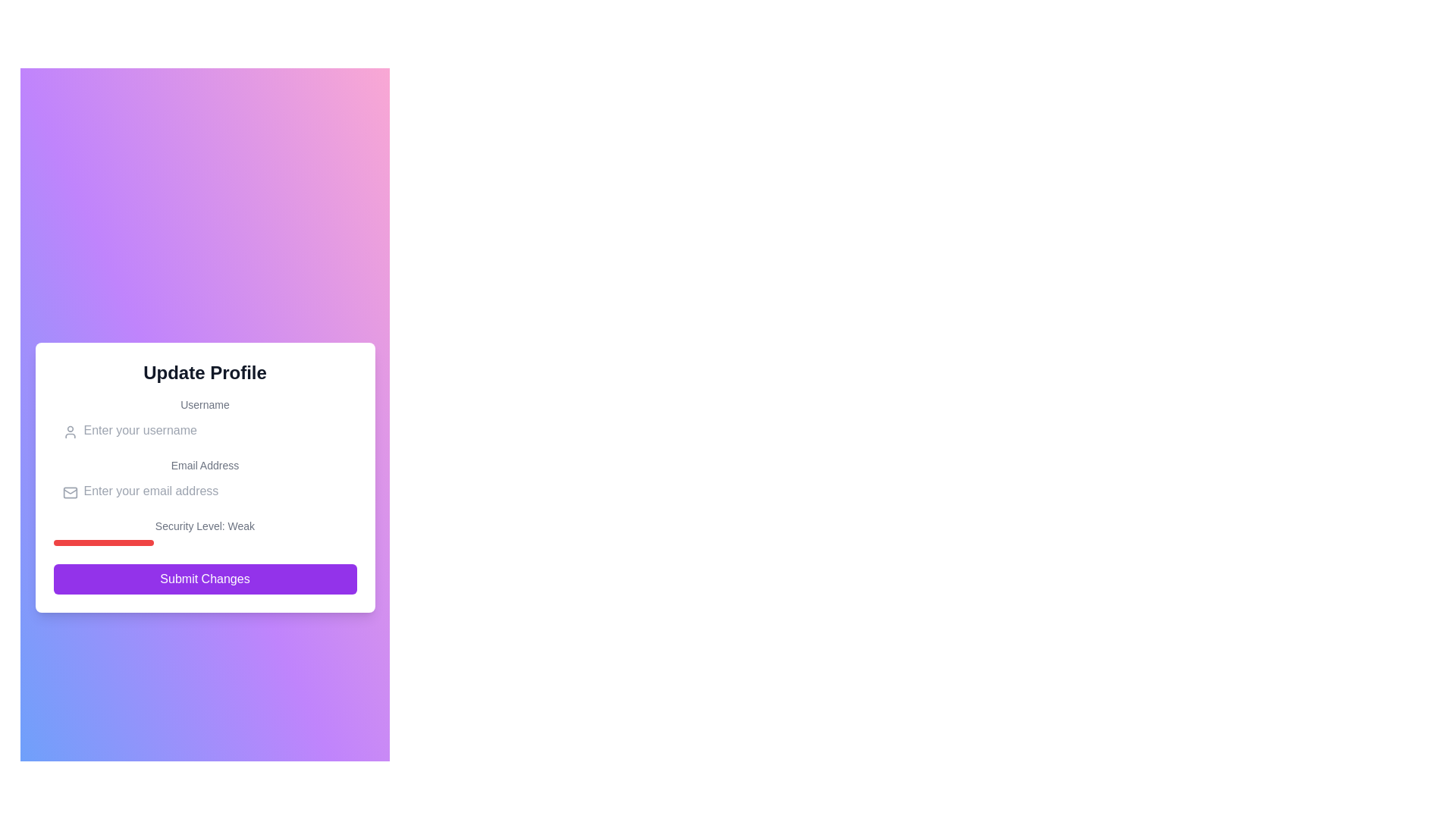 The width and height of the screenshot is (1456, 819). I want to click on text from the heading element that serves as the title for the profile update section, which is positioned at the top of the form-like structure, so click(204, 373).